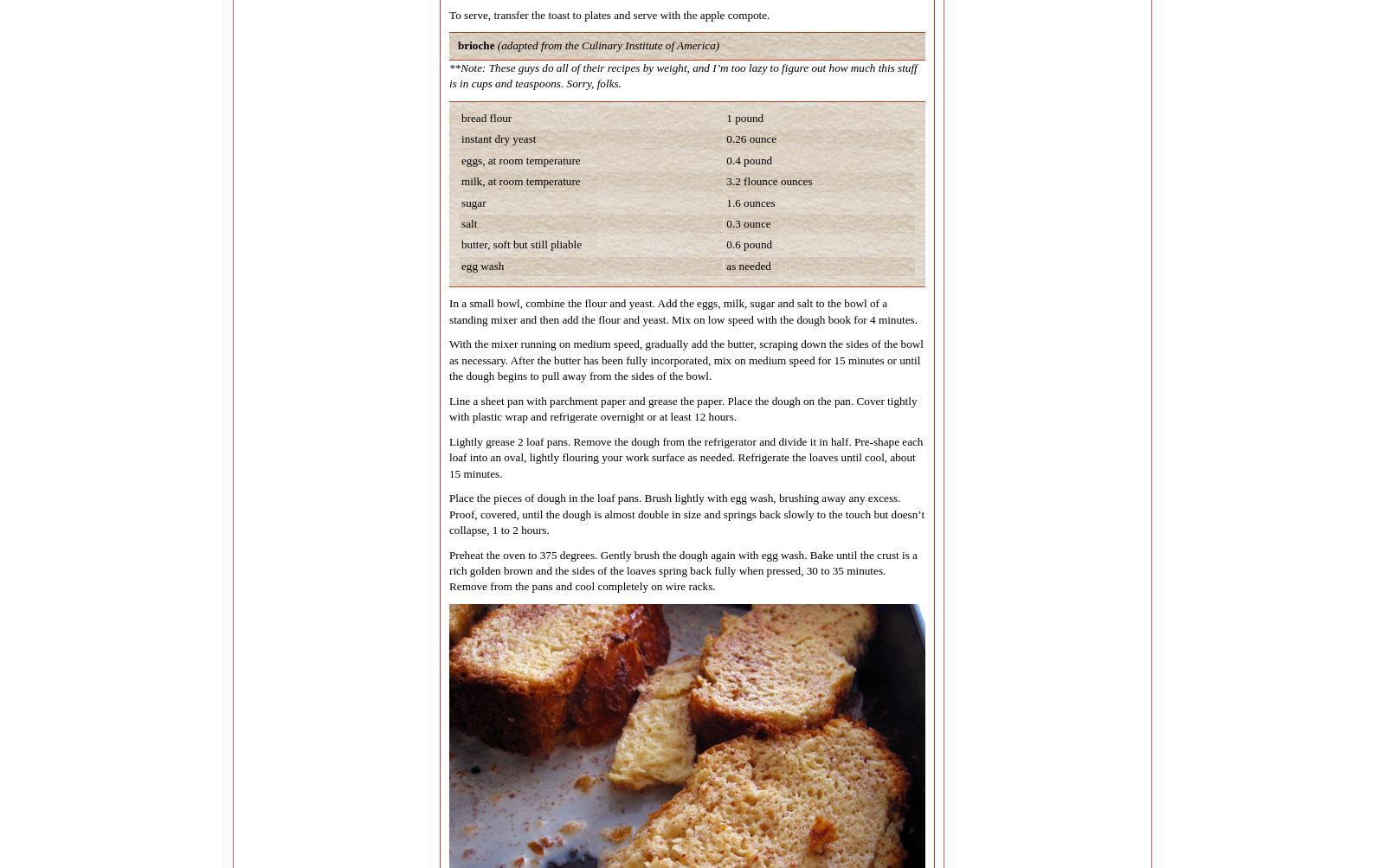 The width and height of the screenshot is (1385, 868). Describe the element at coordinates (481, 264) in the screenshot. I see `'egg wash'` at that location.